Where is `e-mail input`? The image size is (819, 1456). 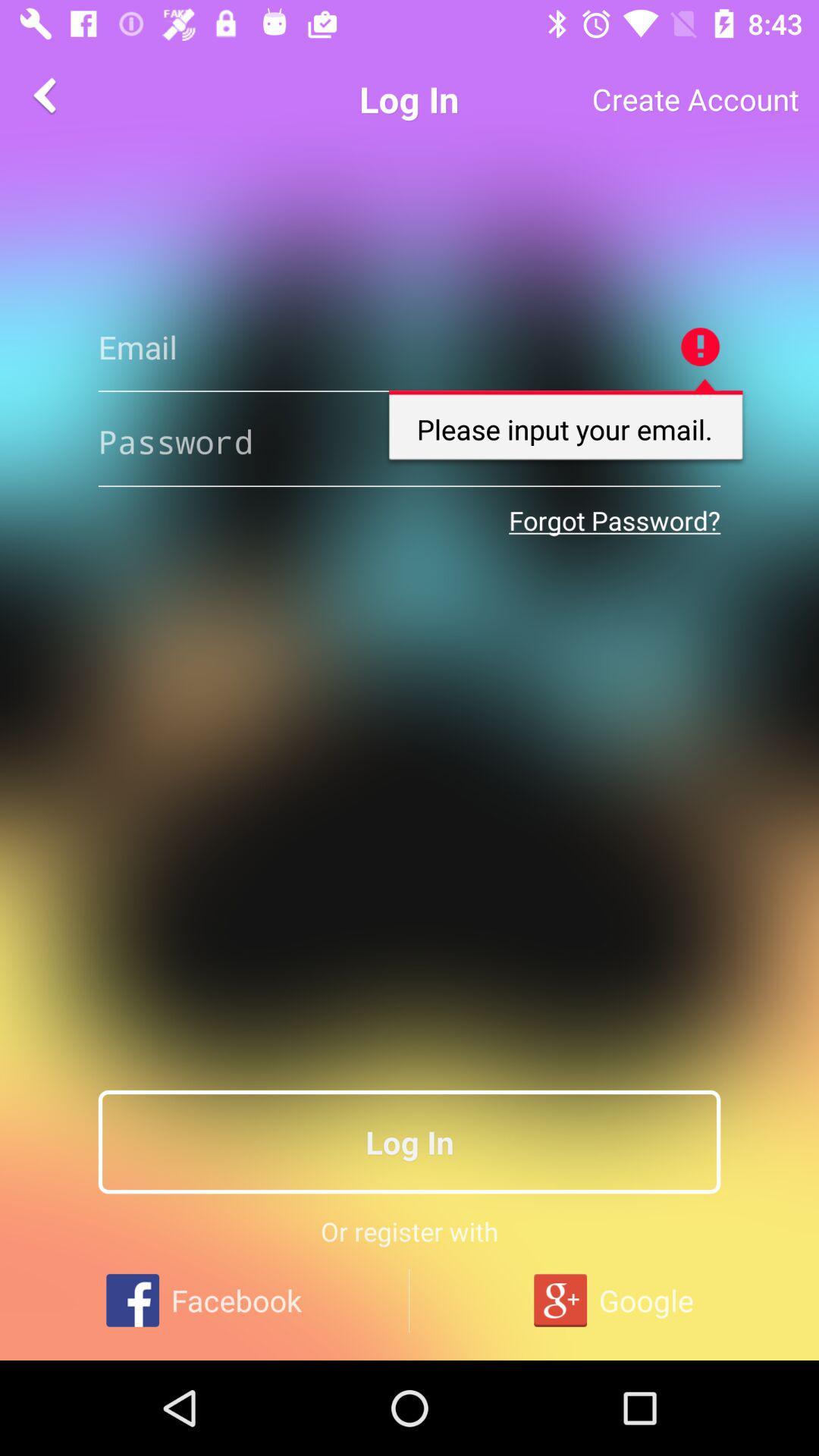
e-mail input is located at coordinates (409, 346).